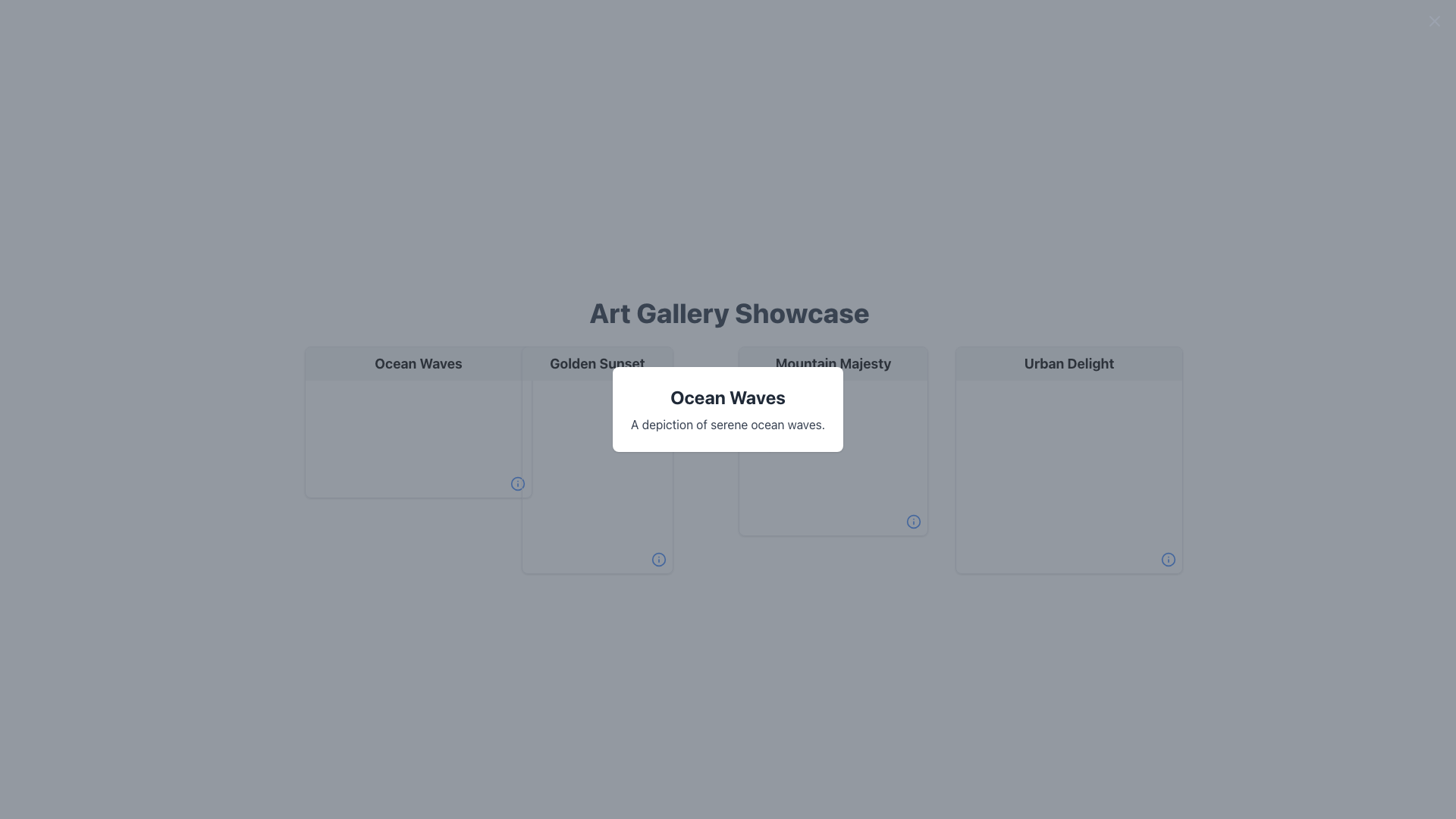  What do you see at coordinates (658, 559) in the screenshot?
I see `the informational icon boundary located at the bottom-right corner of the 'Golden Sunset' card, which is part of a grouped icon and has a visible circular outline` at bounding box center [658, 559].